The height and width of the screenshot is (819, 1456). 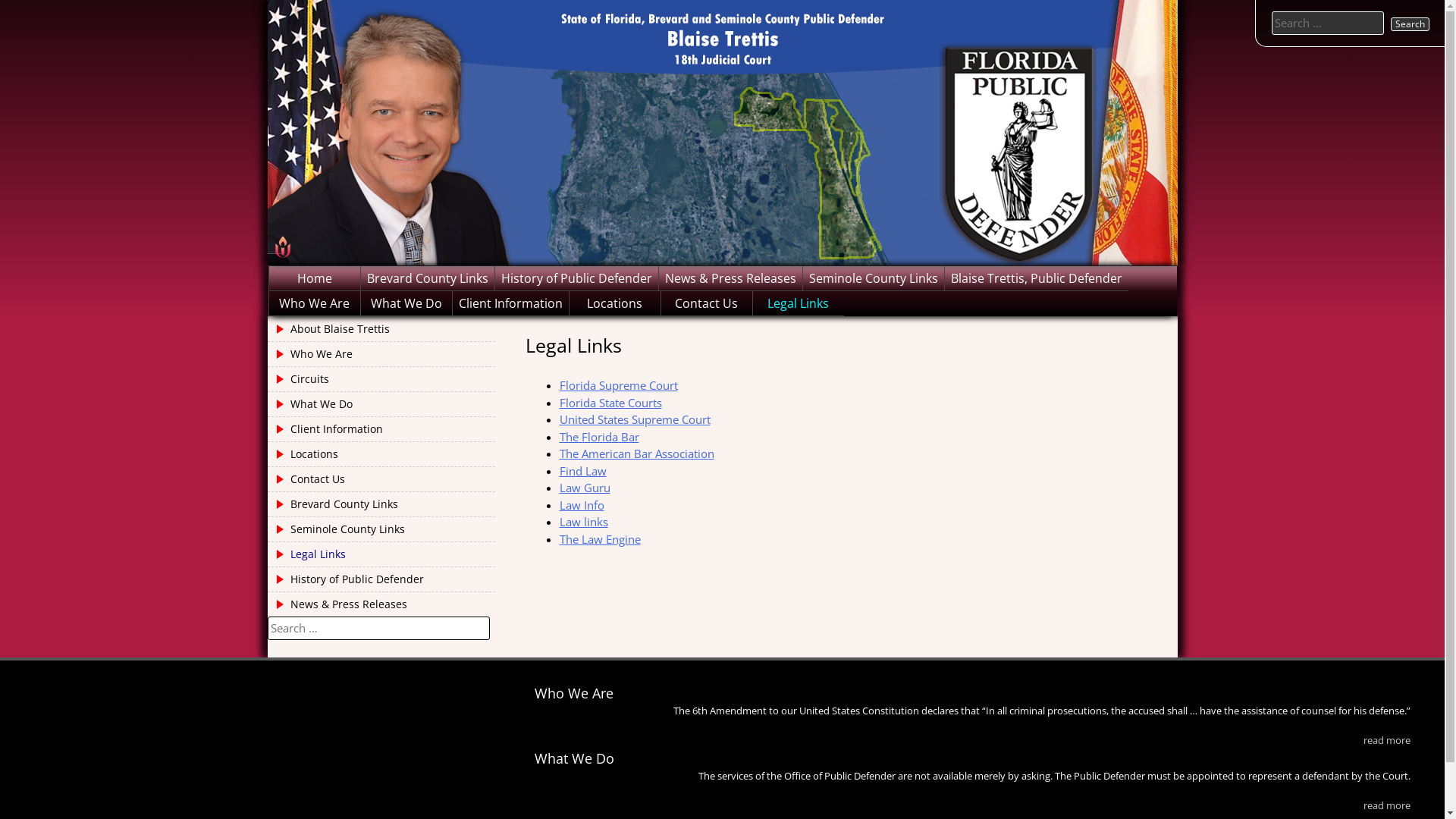 What do you see at coordinates (575, 278) in the screenshot?
I see `'History of Public Defender'` at bounding box center [575, 278].